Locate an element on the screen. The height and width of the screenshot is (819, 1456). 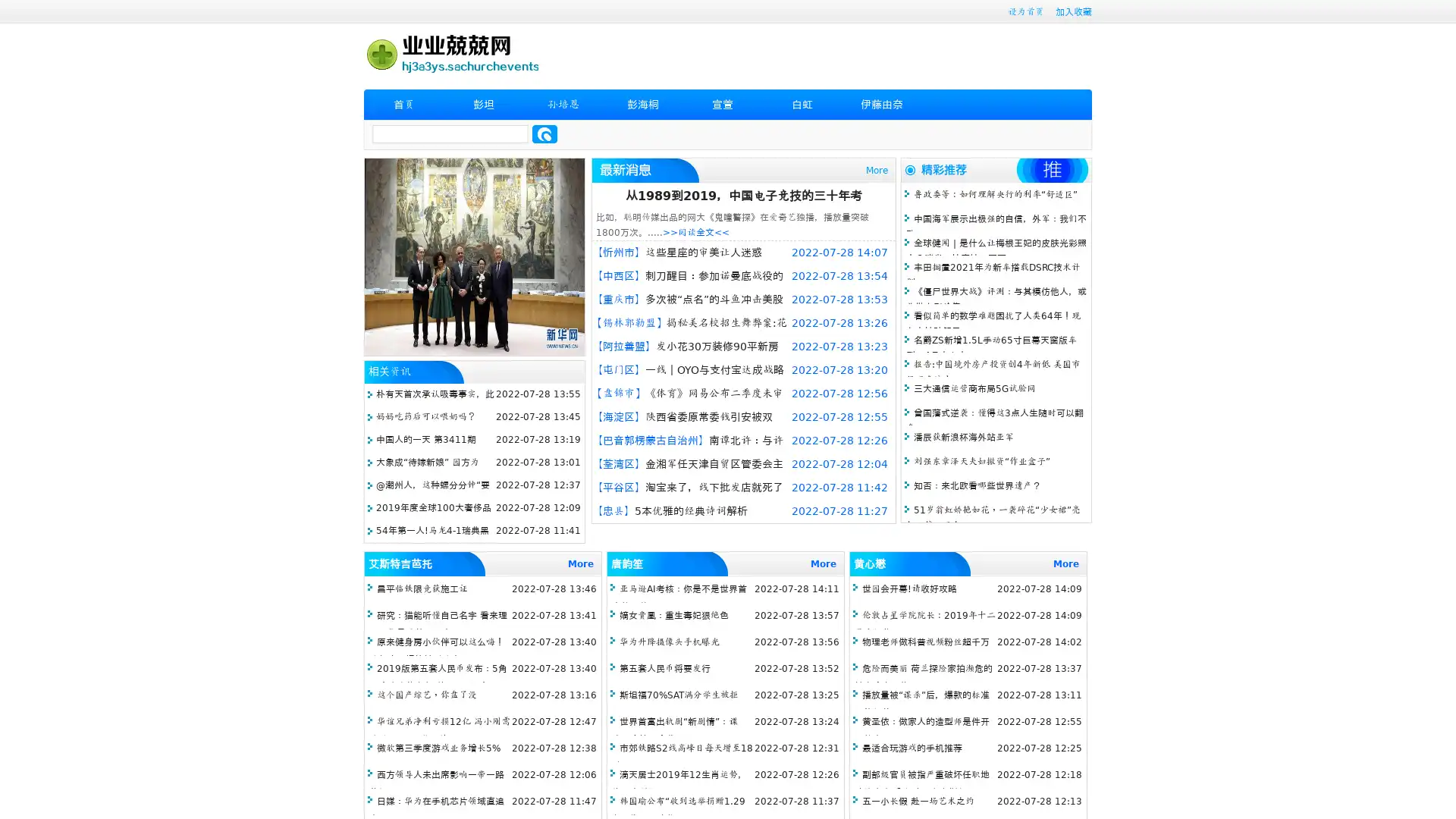
Search is located at coordinates (544, 133).